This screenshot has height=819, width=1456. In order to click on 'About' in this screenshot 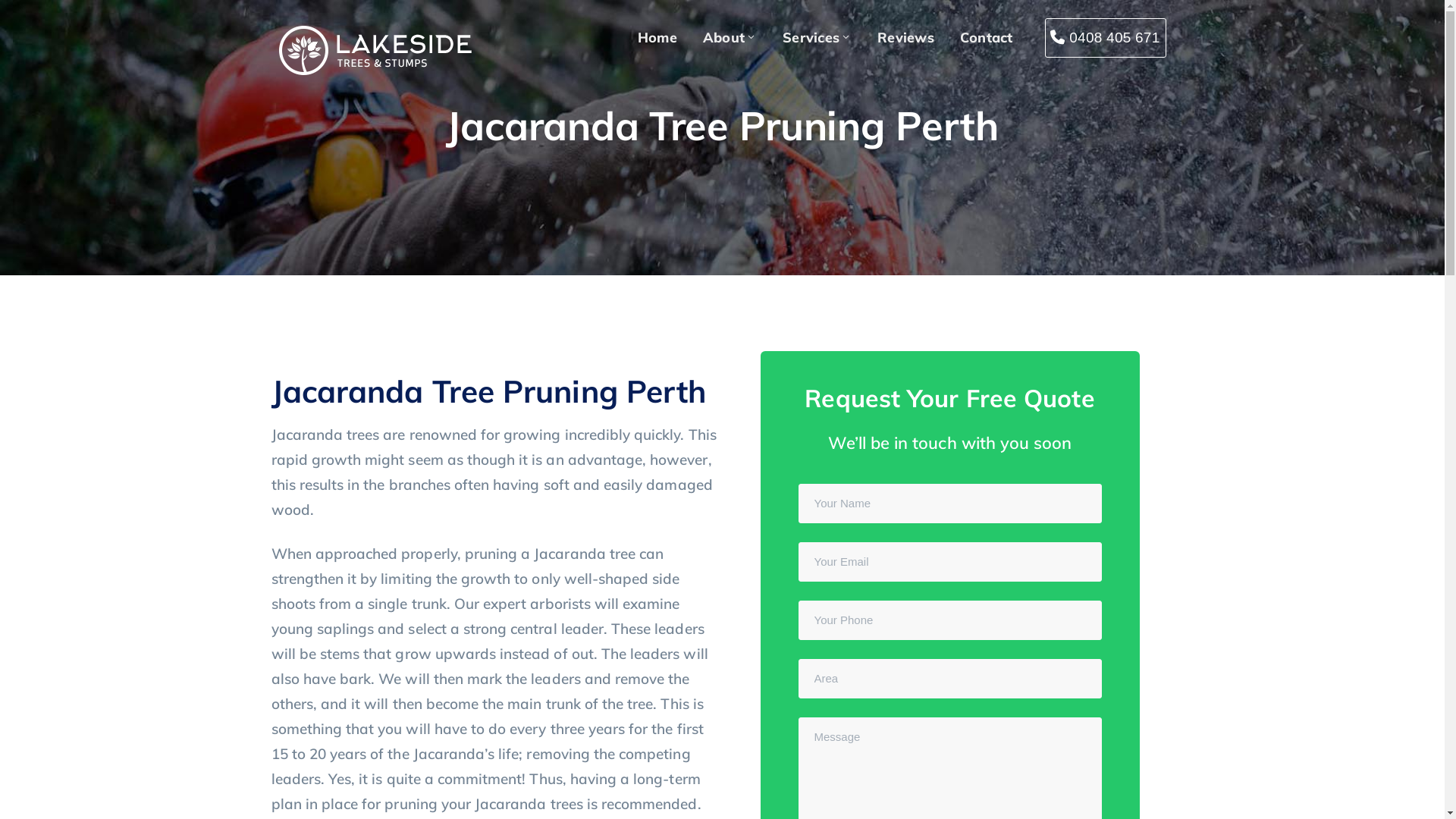, I will do `click(701, 37)`.